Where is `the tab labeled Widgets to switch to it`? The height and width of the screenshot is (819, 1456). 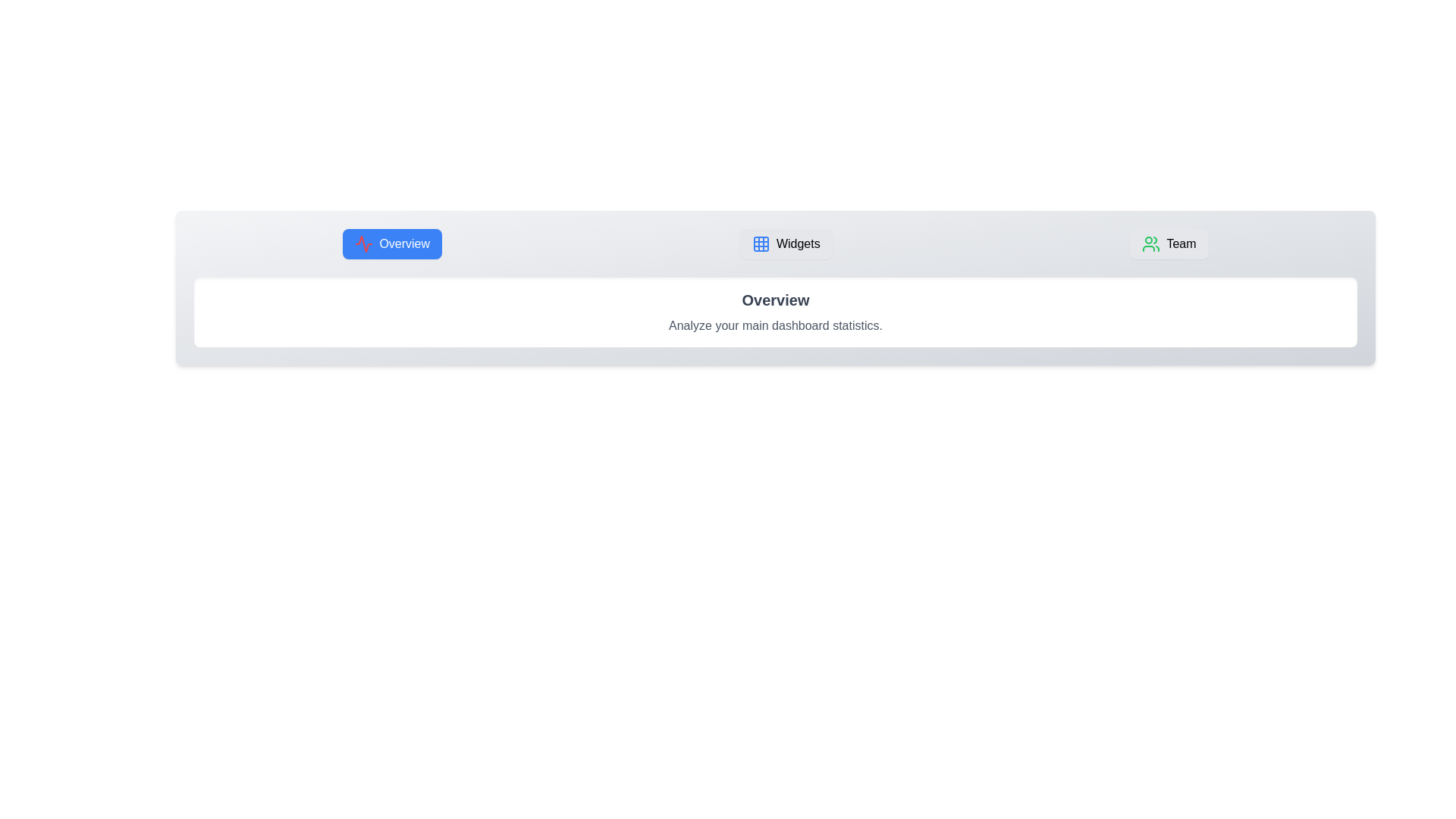
the tab labeled Widgets to switch to it is located at coordinates (786, 243).